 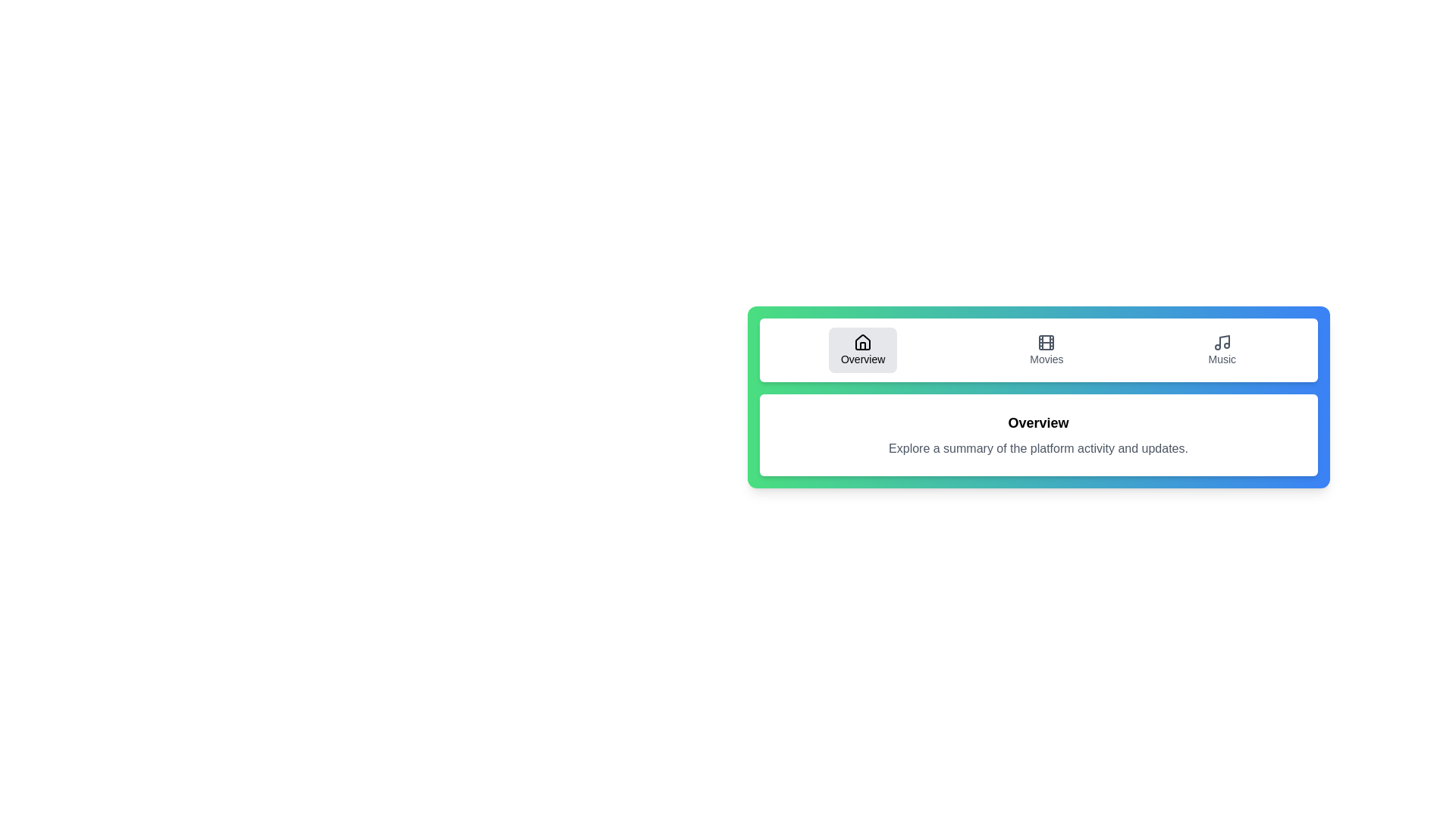 I want to click on the Music tab by clicking on it, so click(x=1222, y=350).